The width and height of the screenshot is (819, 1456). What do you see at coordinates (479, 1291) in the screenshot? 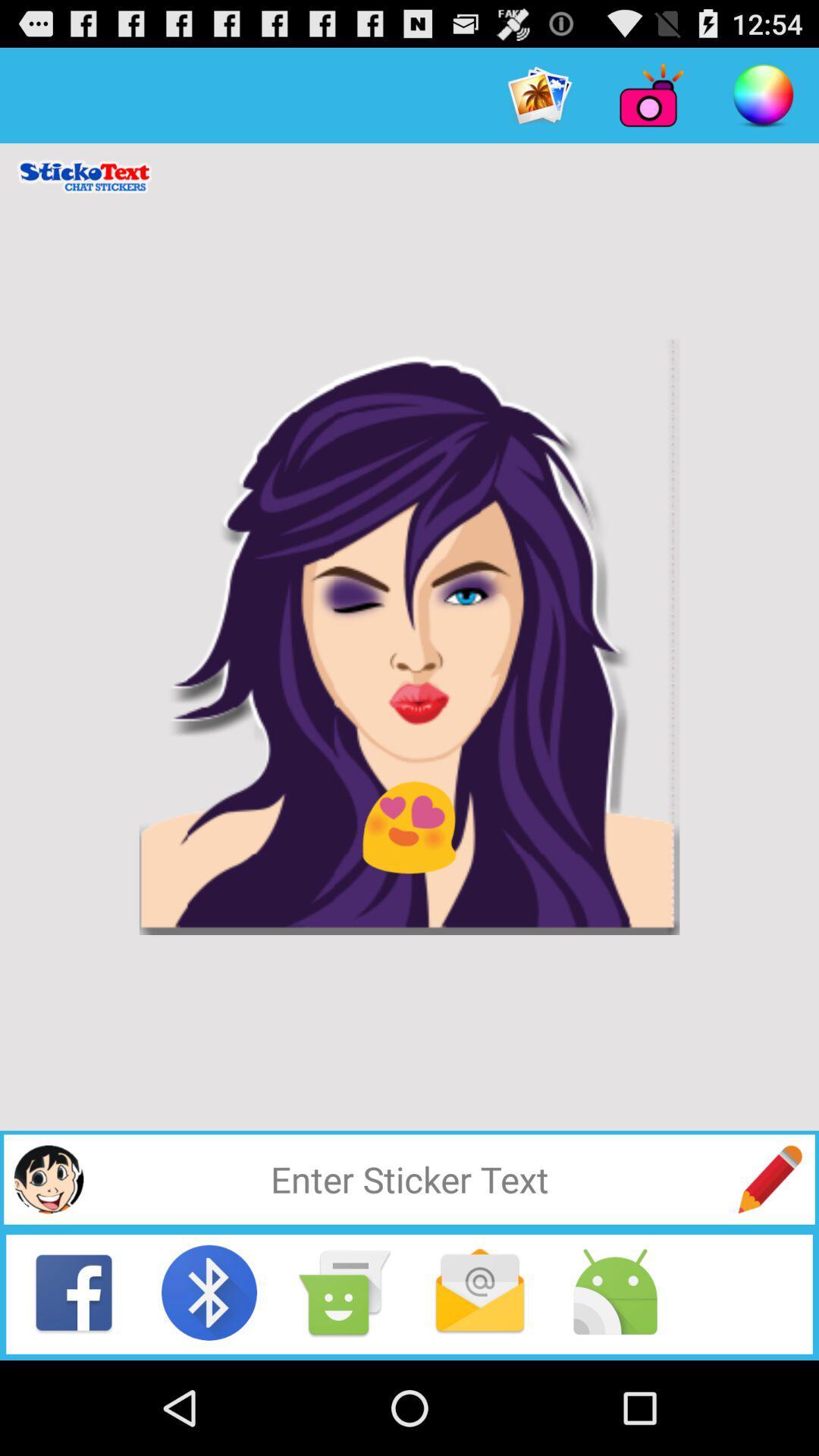
I see `the mail icon` at bounding box center [479, 1291].